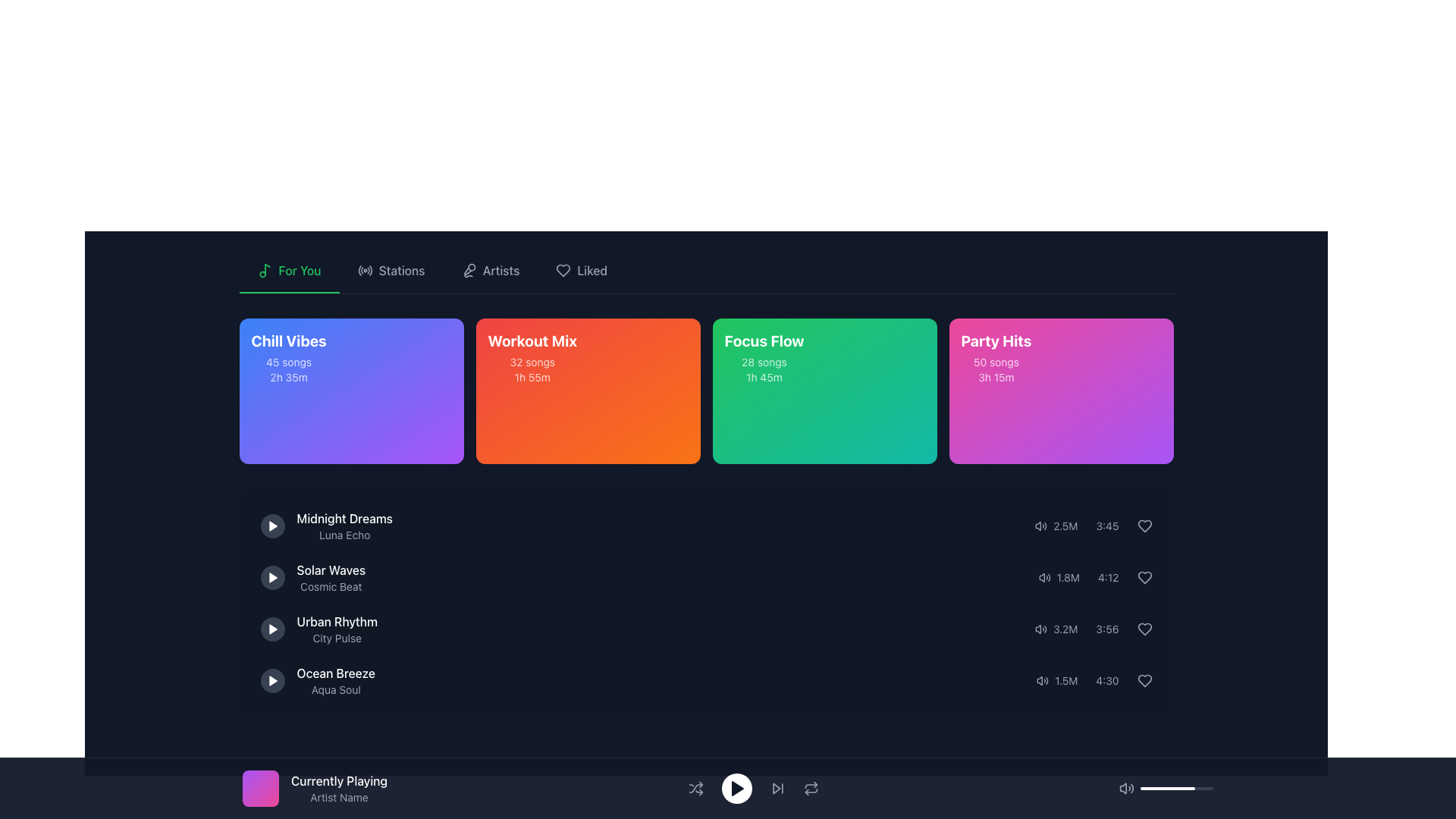 This screenshot has width=1456, height=819. What do you see at coordinates (764, 376) in the screenshot?
I see `text displayed in the Text Label element that shows '1h 45m', located at the bottom of the 'Focus Flow' section` at bounding box center [764, 376].